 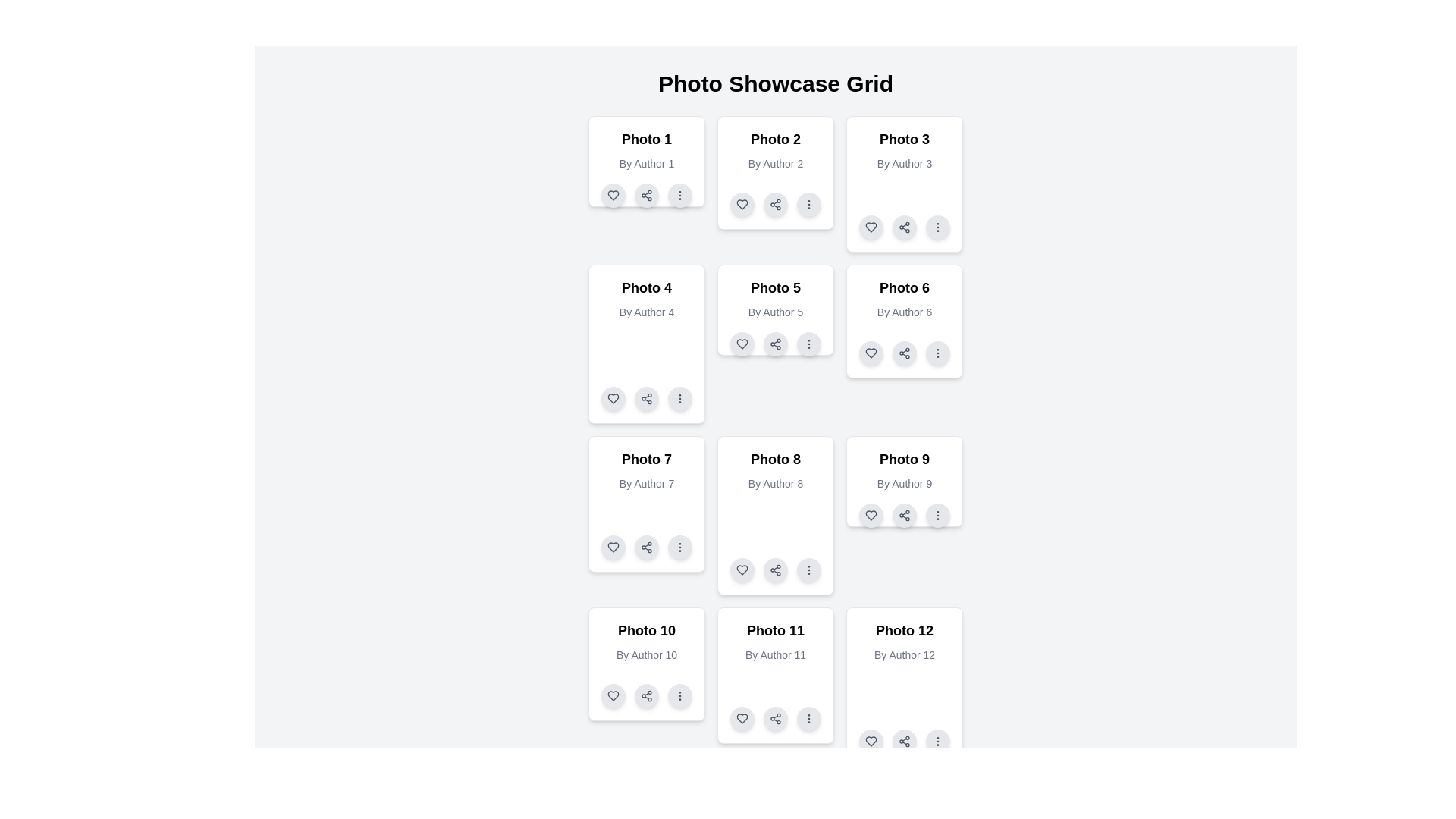 What do you see at coordinates (905, 353) in the screenshot?
I see `the share functionality button icon, which is represented by three interconnected circles arranged in a triangle, located in the bottom section of the card for 'Photo 6' under 'By Author 6'` at bounding box center [905, 353].